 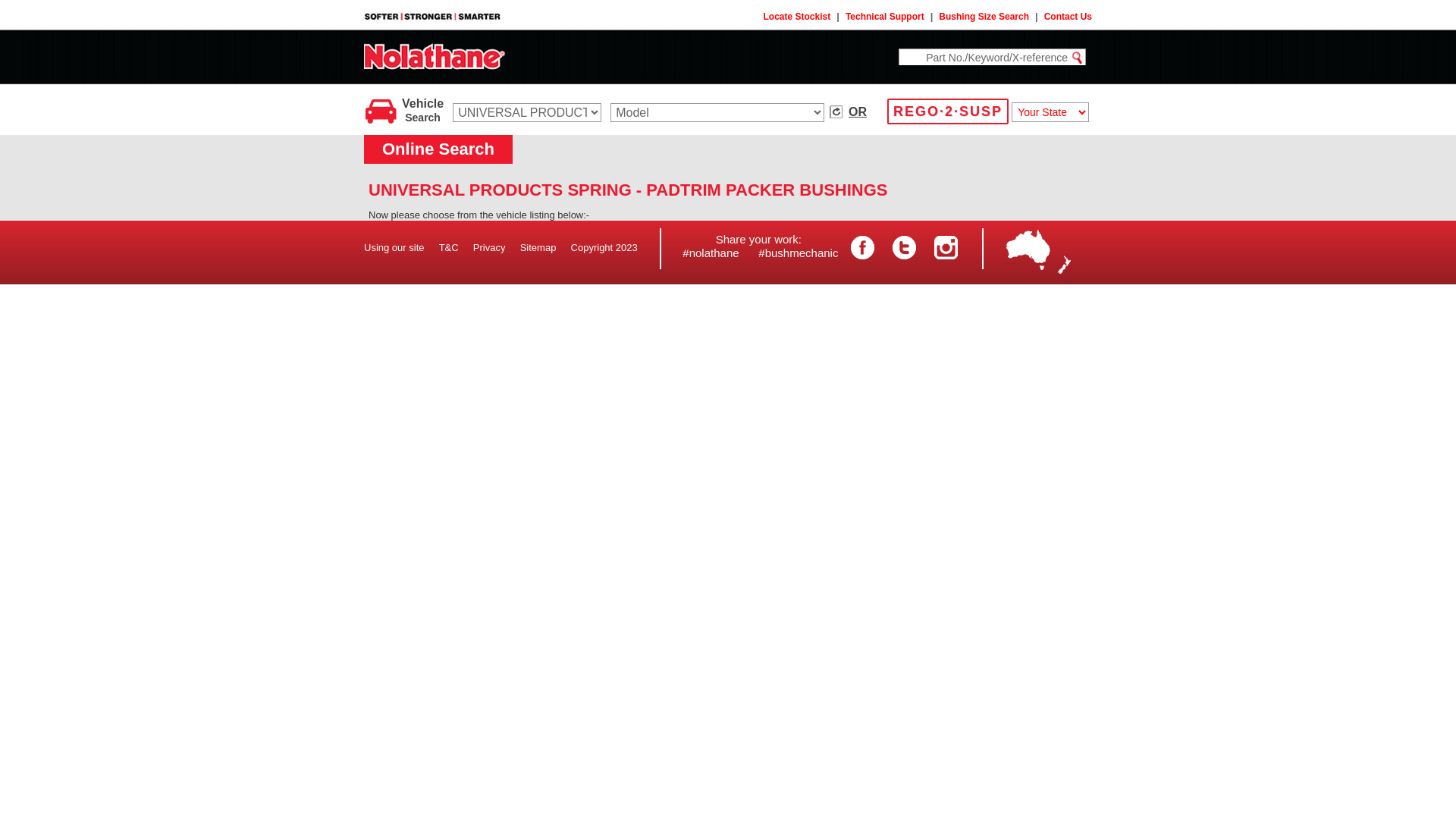 What do you see at coordinates (447, 246) in the screenshot?
I see `'T&C'` at bounding box center [447, 246].